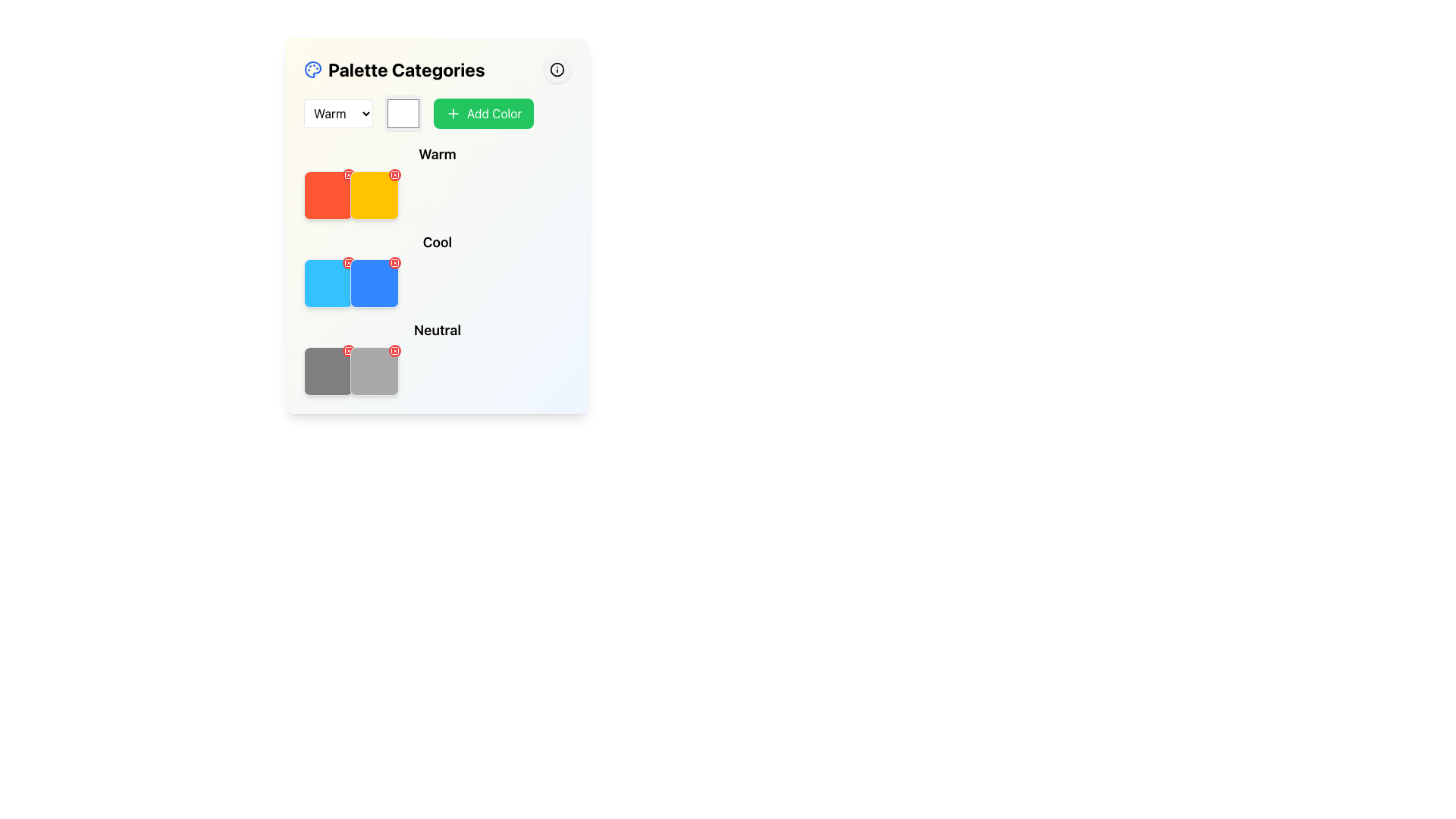 The height and width of the screenshot is (819, 1456). What do you see at coordinates (394, 70) in the screenshot?
I see `the 'Palette Categories' text heading, which is styled in bold black text and located at the top-left corner of a grouped section, adjacent to a circular blue palette icon` at bounding box center [394, 70].